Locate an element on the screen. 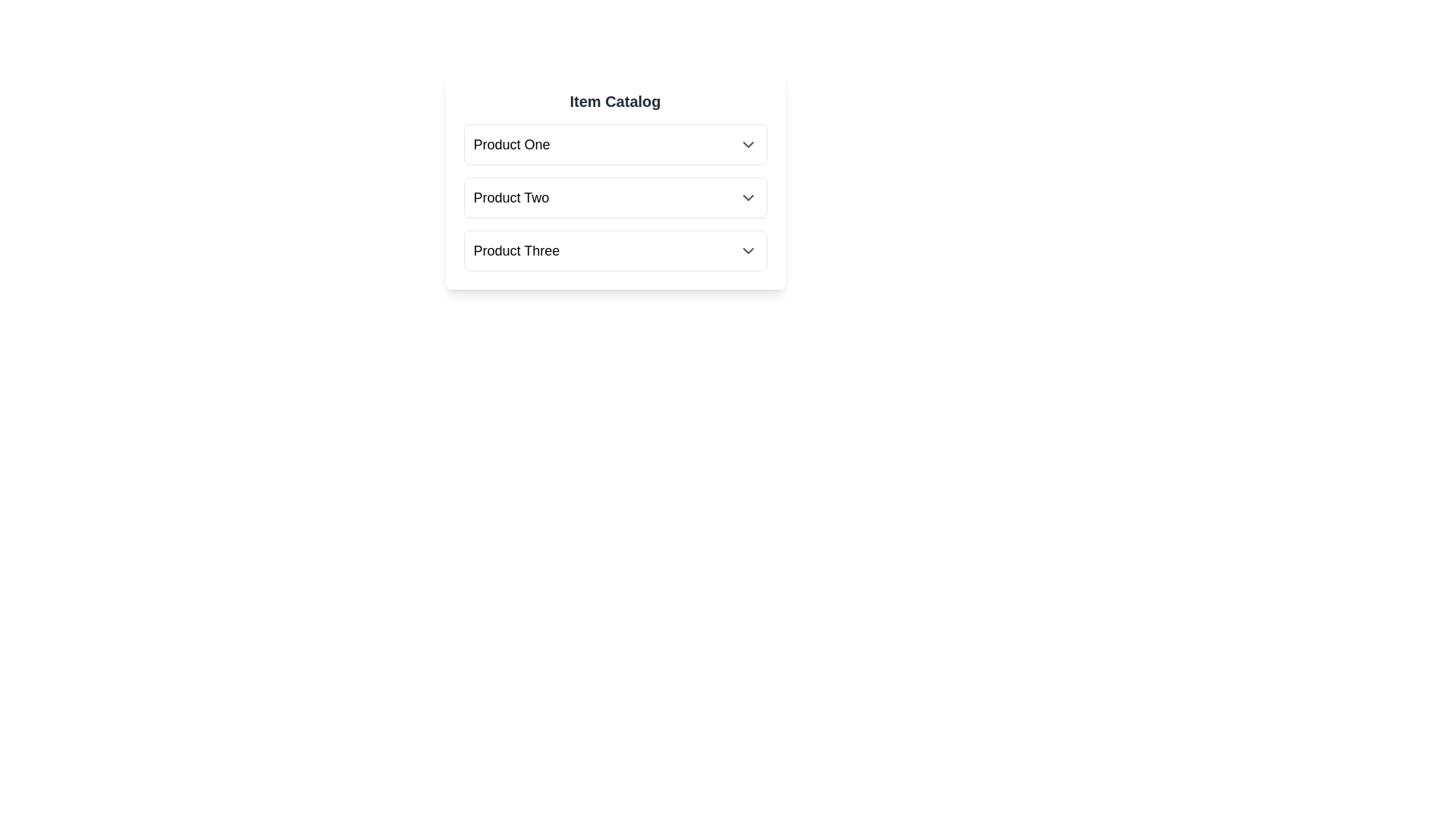  the product name Product Three to toggle its selection is located at coordinates (516, 250).